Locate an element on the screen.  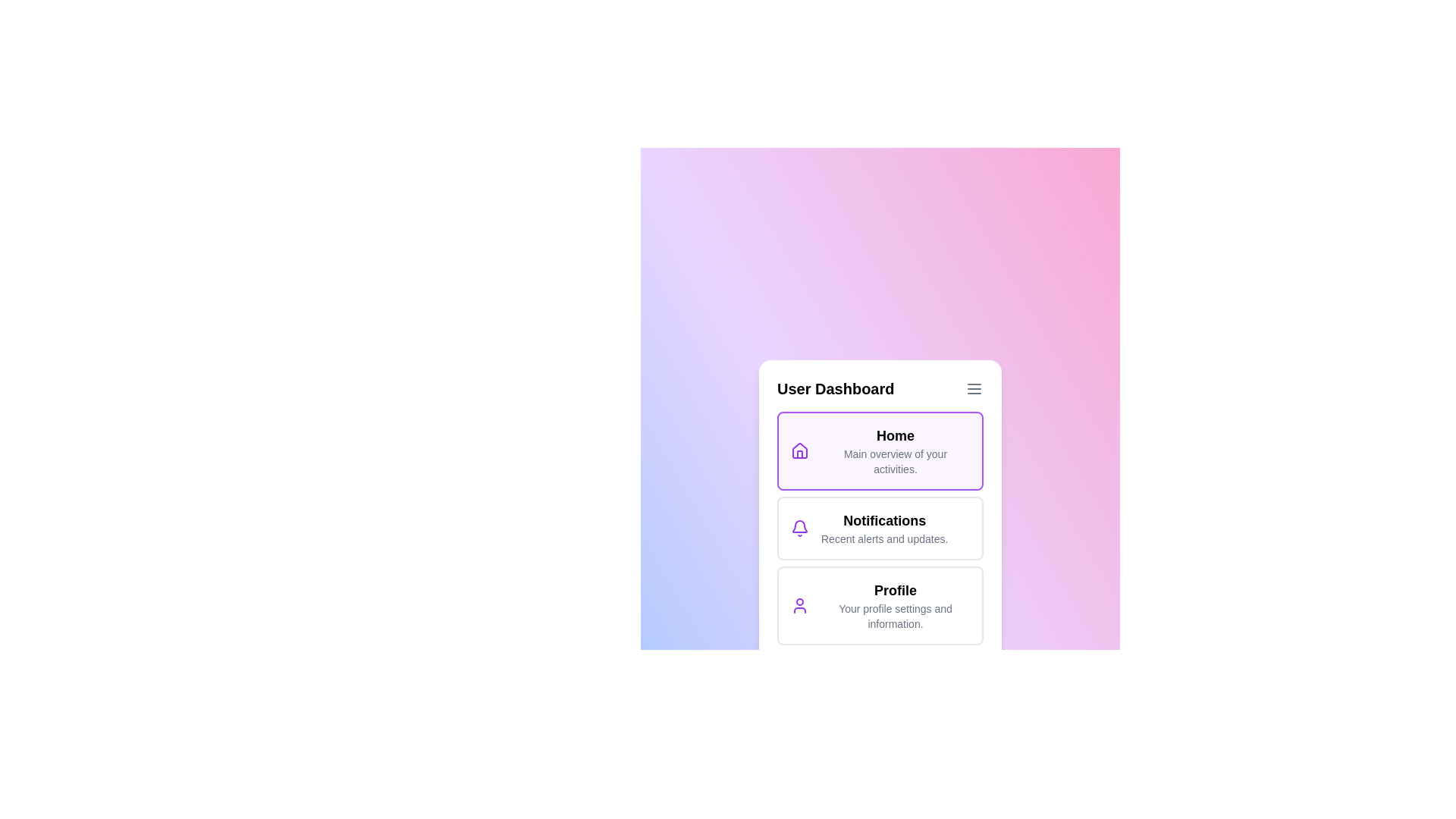
the menu item corresponding to Profile is located at coordinates (880, 604).